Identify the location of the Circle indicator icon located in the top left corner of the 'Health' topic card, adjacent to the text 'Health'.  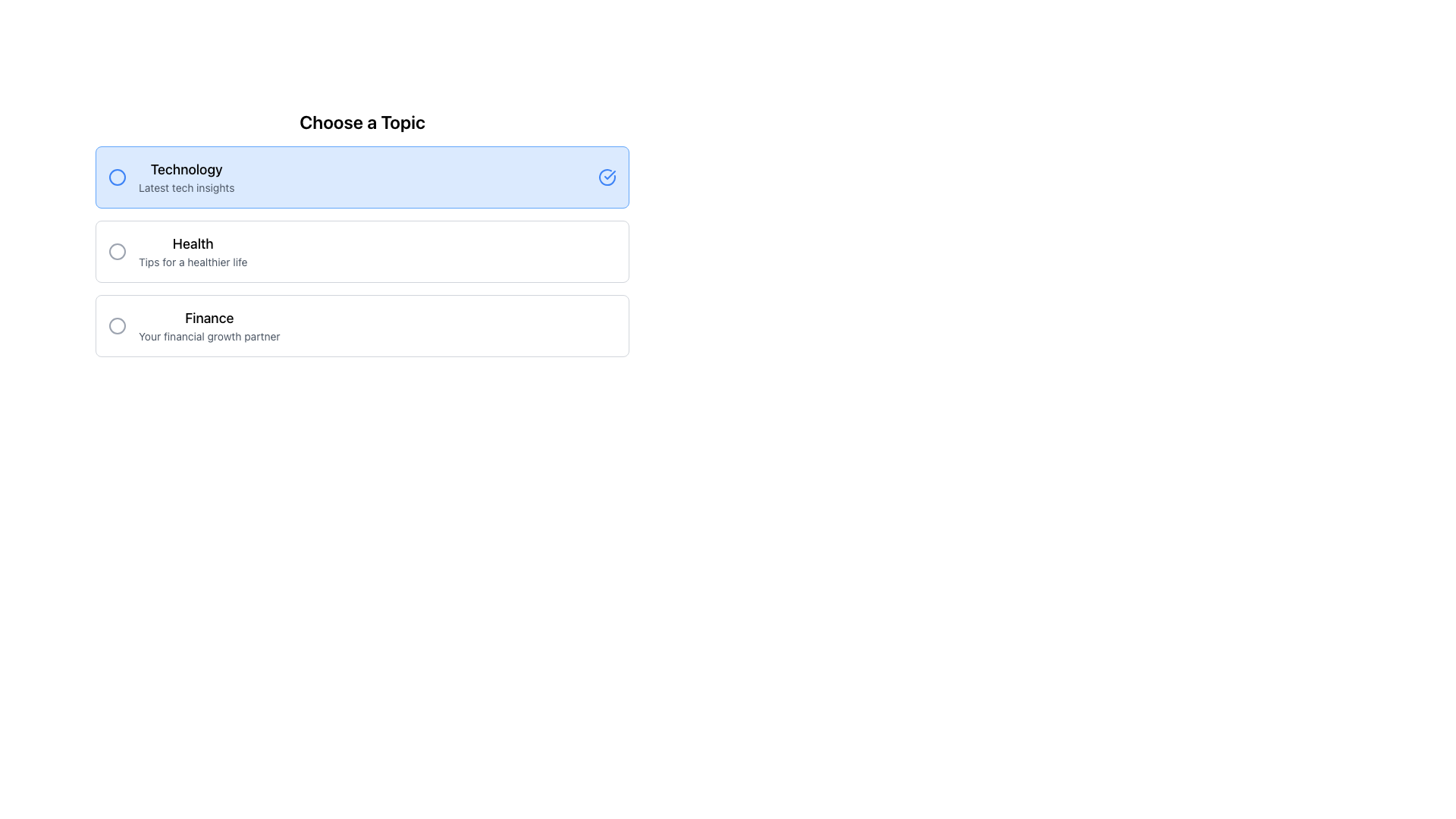
(116, 250).